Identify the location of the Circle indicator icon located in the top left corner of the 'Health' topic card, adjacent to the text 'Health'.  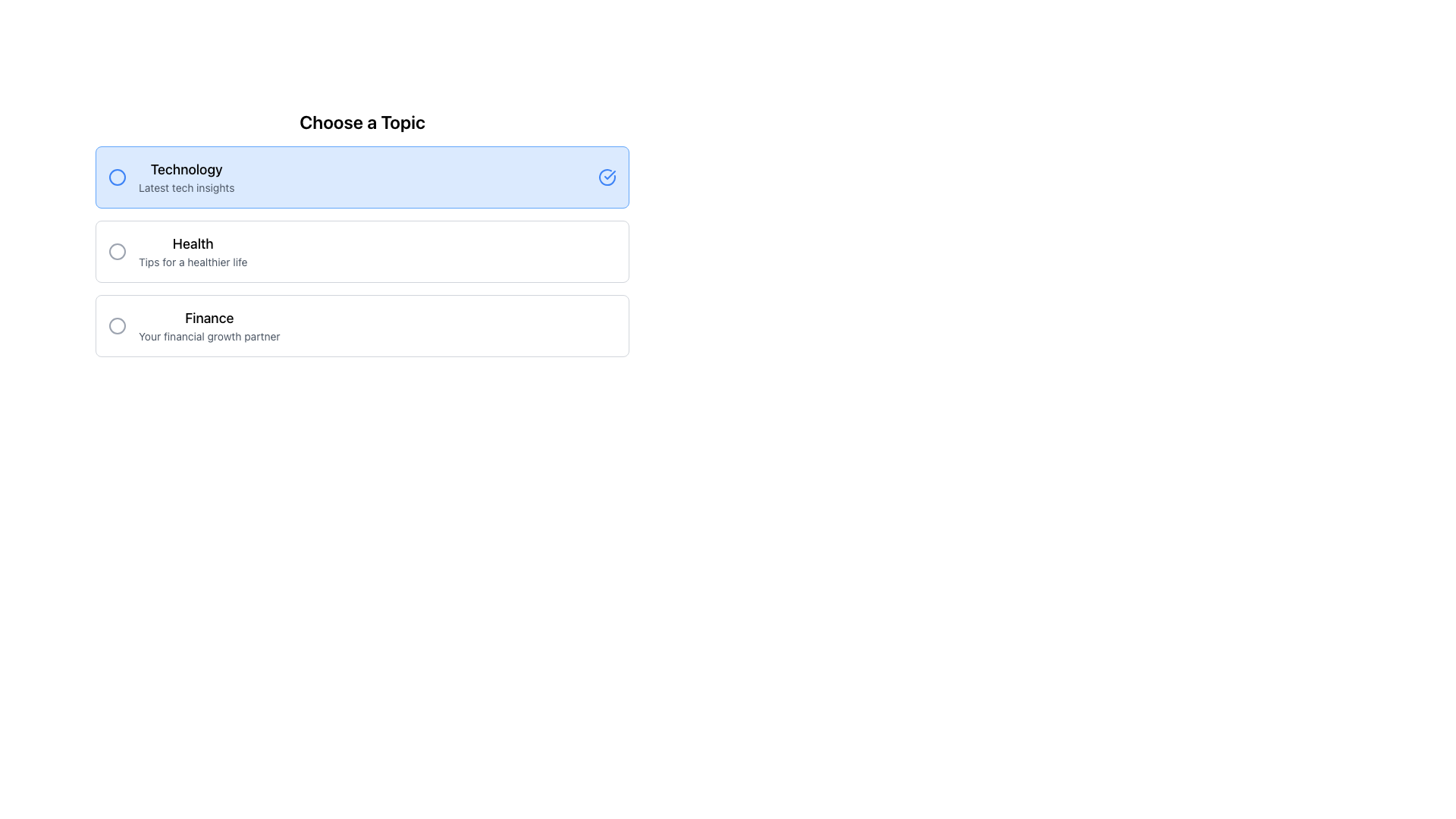
(116, 250).